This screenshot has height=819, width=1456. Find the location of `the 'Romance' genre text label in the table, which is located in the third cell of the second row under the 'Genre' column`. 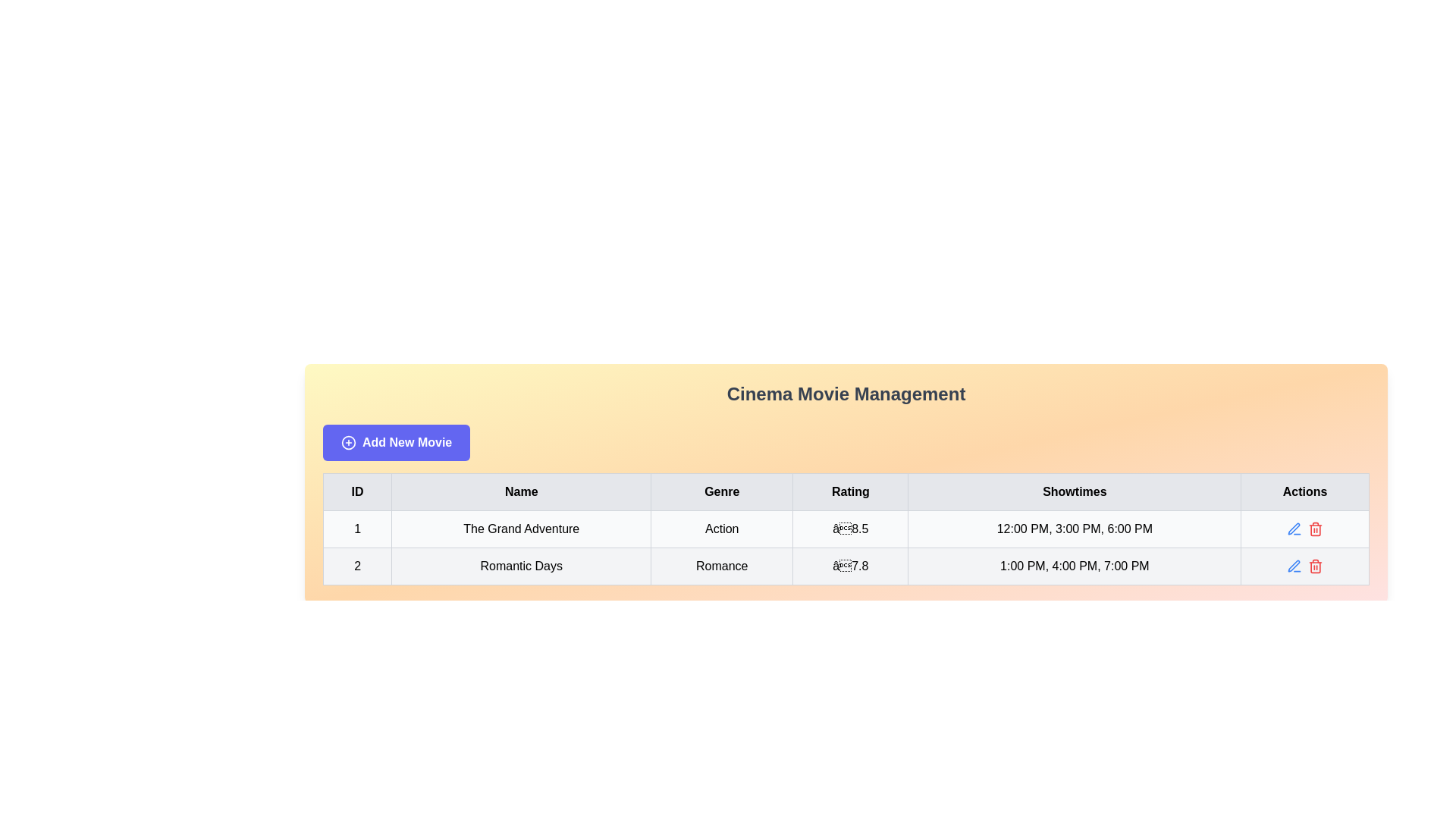

the 'Romance' genre text label in the table, which is located in the third cell of the second row under the 'Genre' column is located at coordinates (721, 566).